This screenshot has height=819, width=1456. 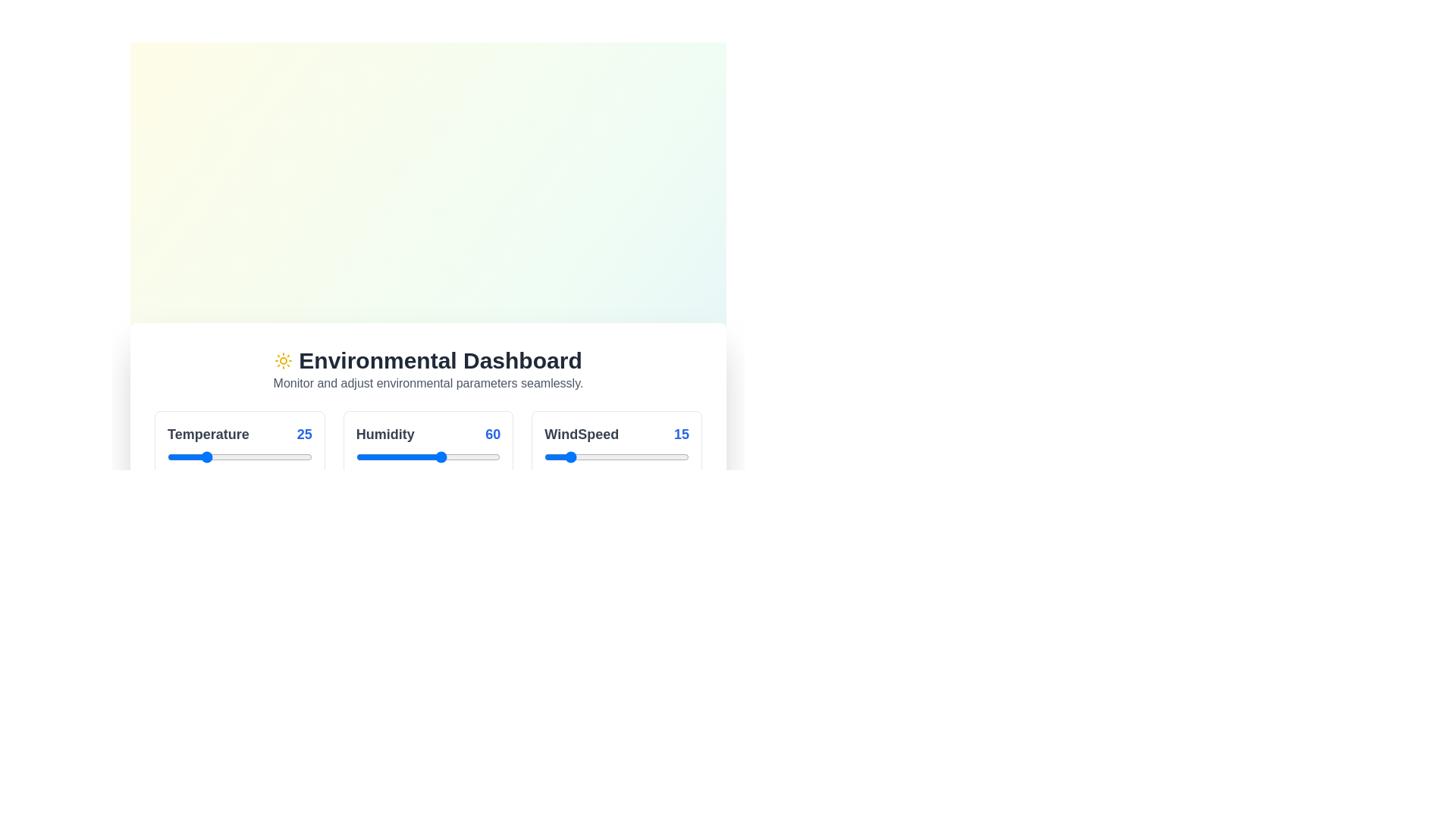 I want to click on the Wind Speed slider, so click(x=623, y=456).